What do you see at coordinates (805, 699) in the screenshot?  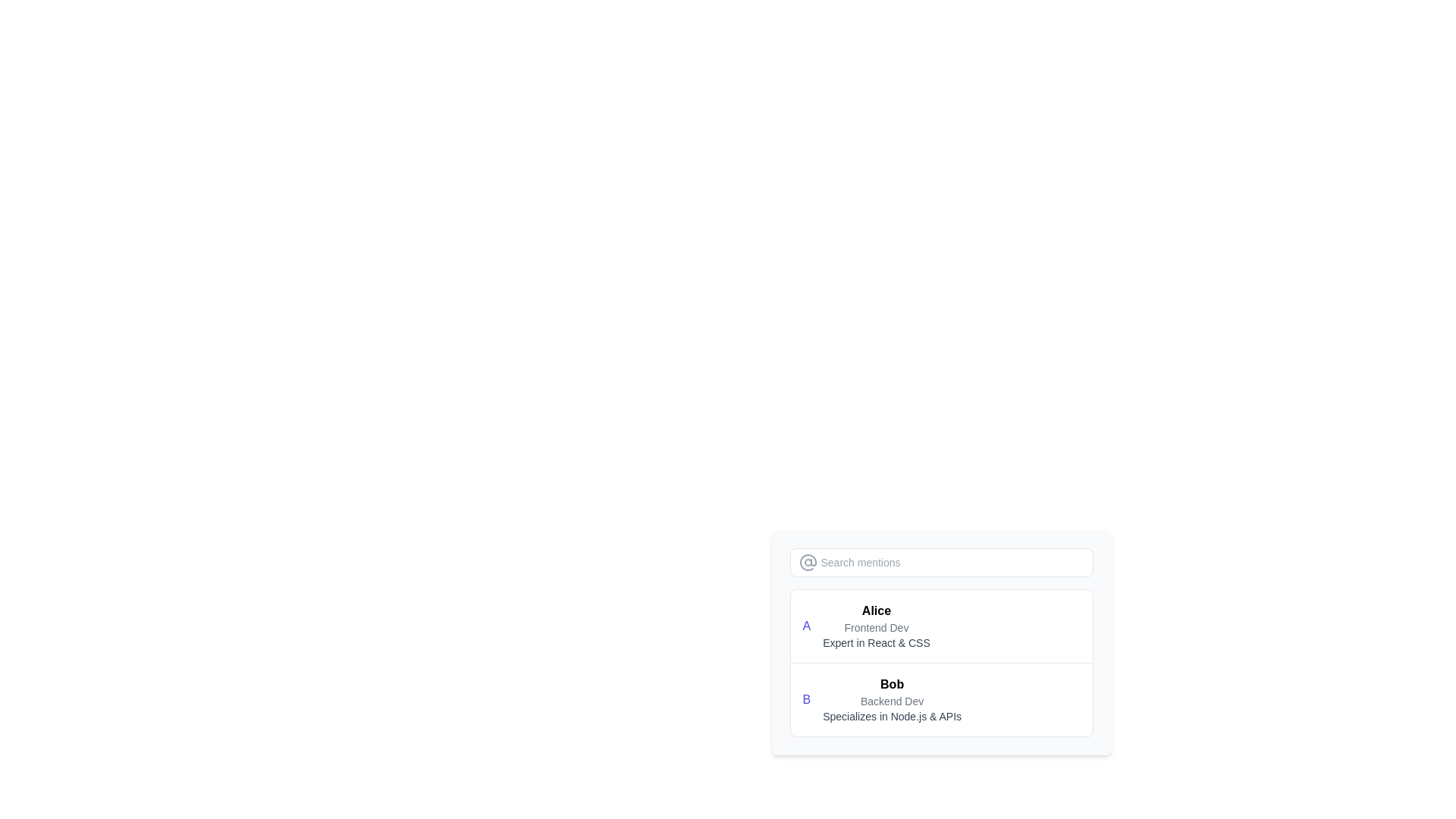 I see `the Text element styled as an initial or icon representing the user 'Bob' in the list, positioned to the left of the user's name` at bounding box center [805, 699].